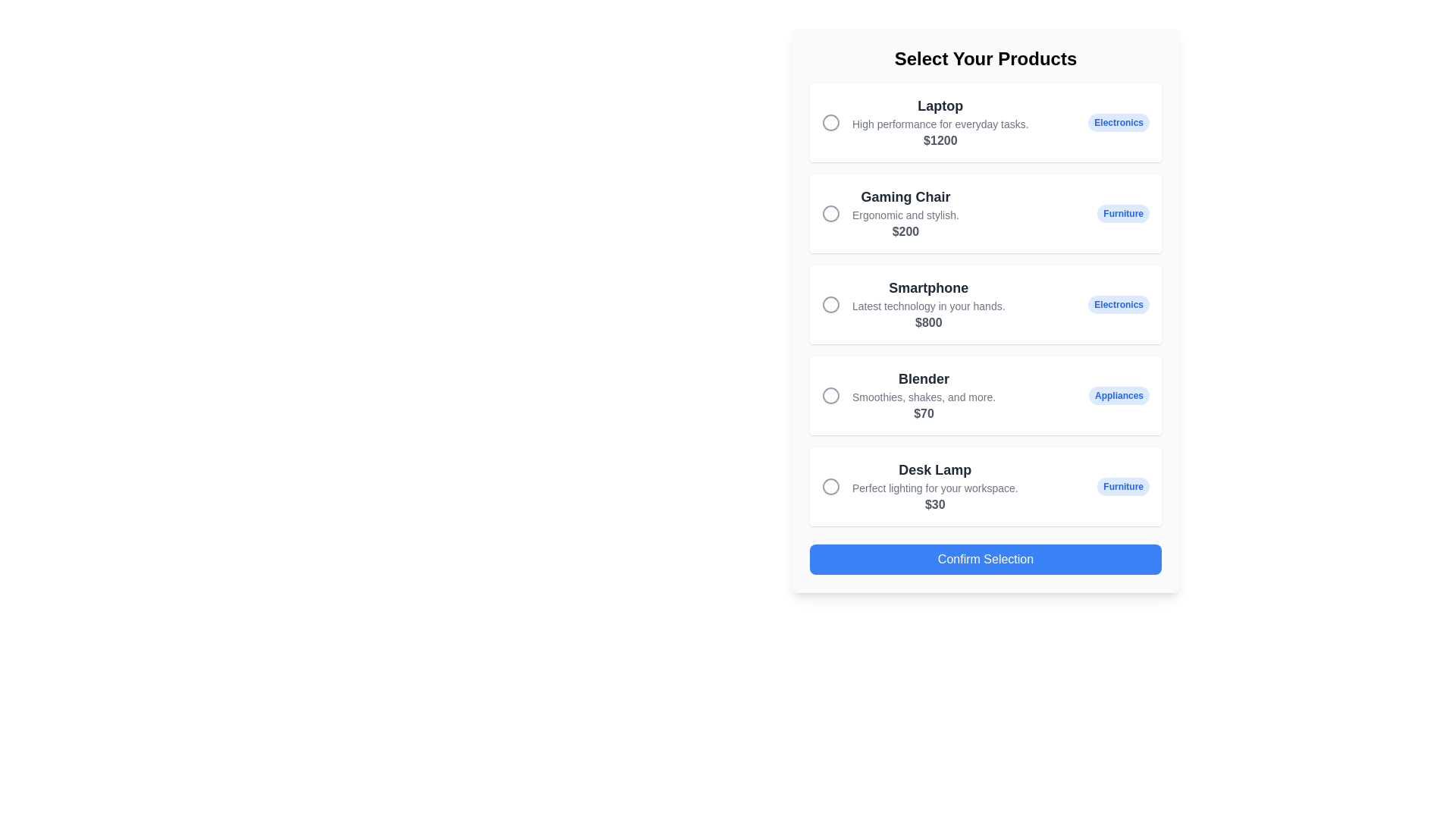 This screenshot has height=819, width=1456. What do you see at coordinates (830, 486) in the screenshot?
I see `the Radio button for the 'Desk Lamp' product, which is the fifth item in the 'Select Your Products' interface` at bounding box center [830, 486].